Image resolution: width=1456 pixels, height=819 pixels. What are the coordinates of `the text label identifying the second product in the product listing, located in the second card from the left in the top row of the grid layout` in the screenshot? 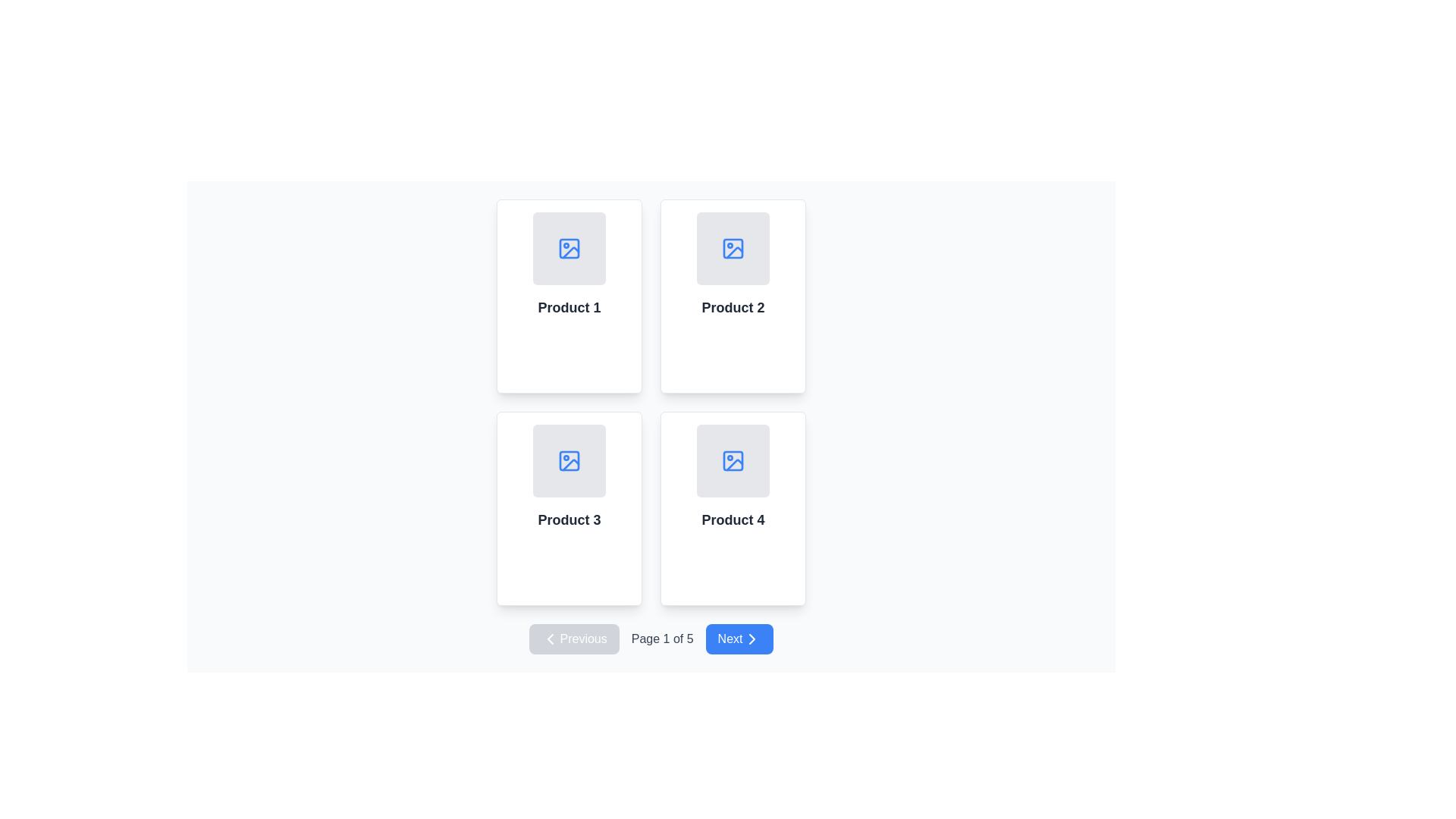 It's located at (733, 307).